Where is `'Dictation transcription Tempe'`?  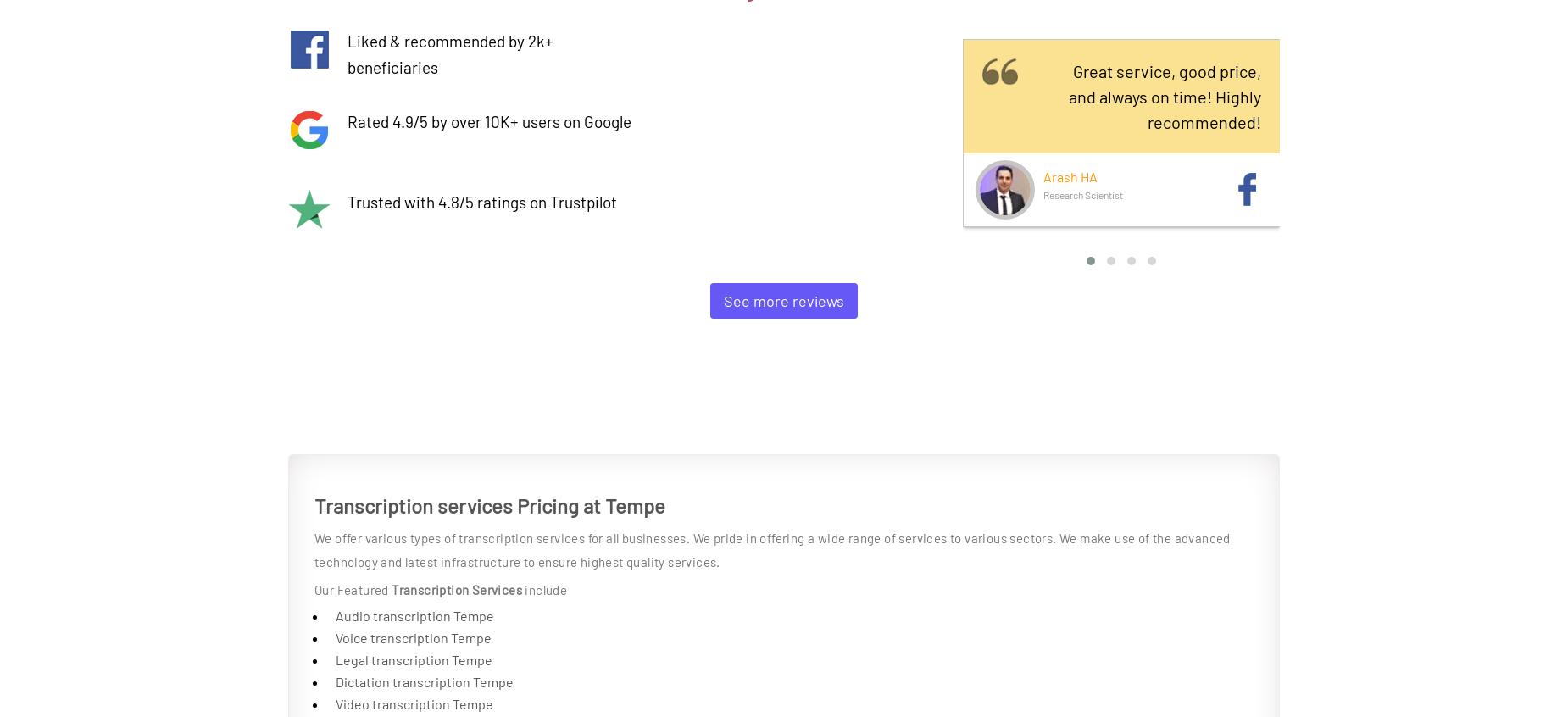 'Dictation transcription Tempe' is located at coordinates (424, 681).